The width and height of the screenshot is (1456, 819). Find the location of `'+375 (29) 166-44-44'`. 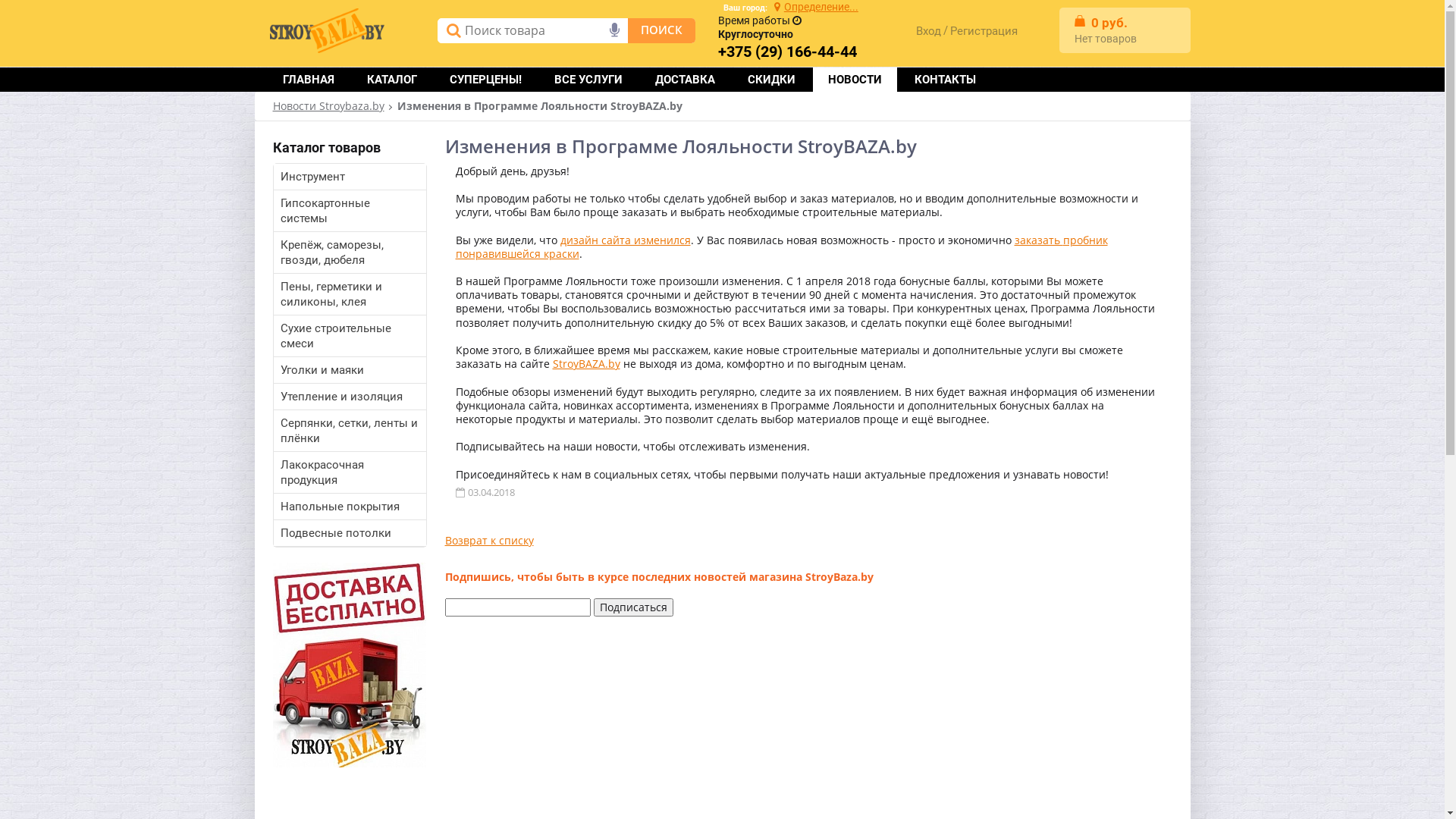

'+375 (29) 166-44-44' is located at coordinates (787, 52).